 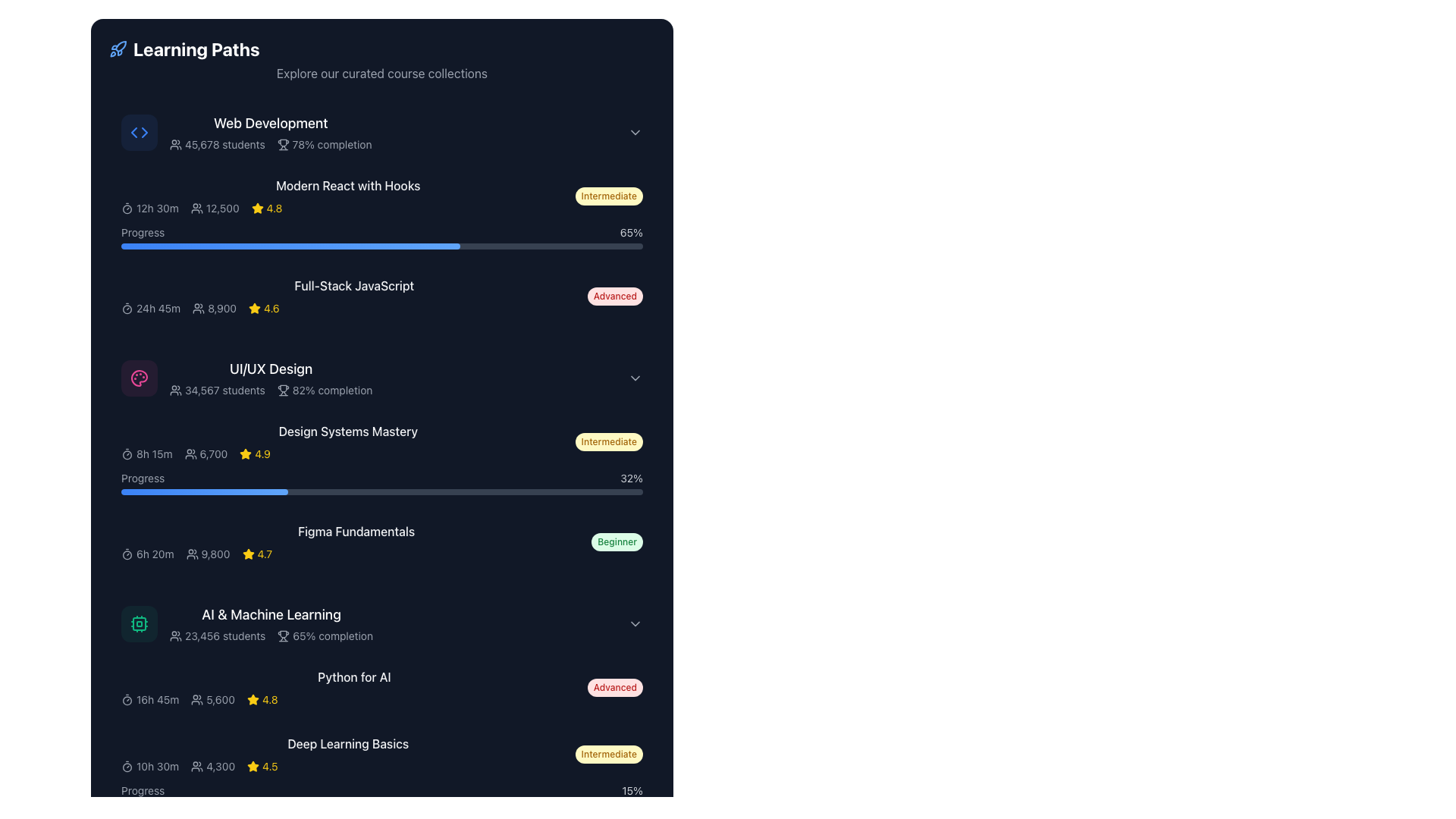 I want to click on completion percentage represented by the progress bar located in the 'Web Development' section below the label 'Progress.', so click(x=290, y=245).